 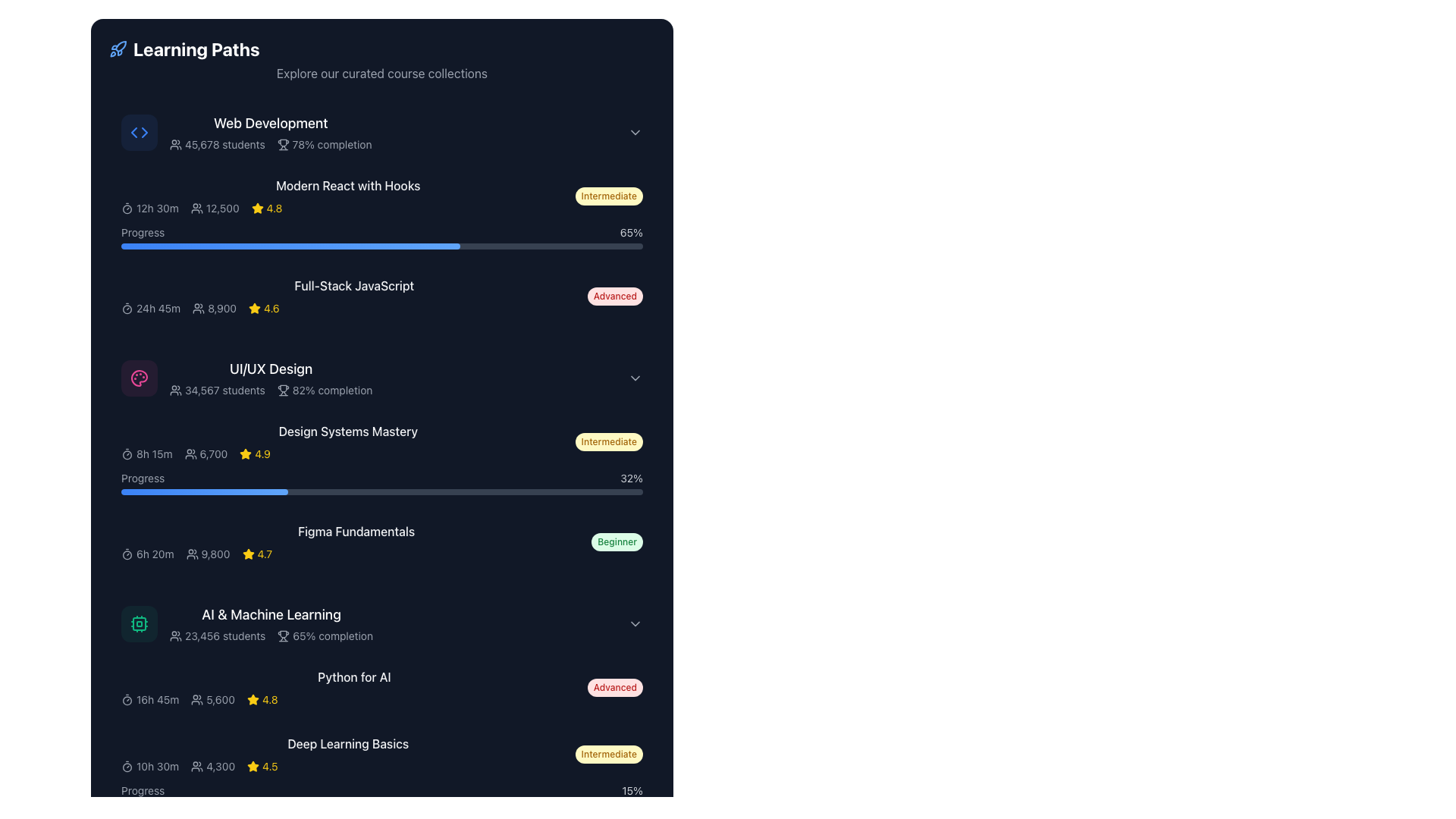 I want to click on completion percentage represented by the progress bar located in the 'Web Development' section below the label 'Progress.', so click(x=290, y=245).